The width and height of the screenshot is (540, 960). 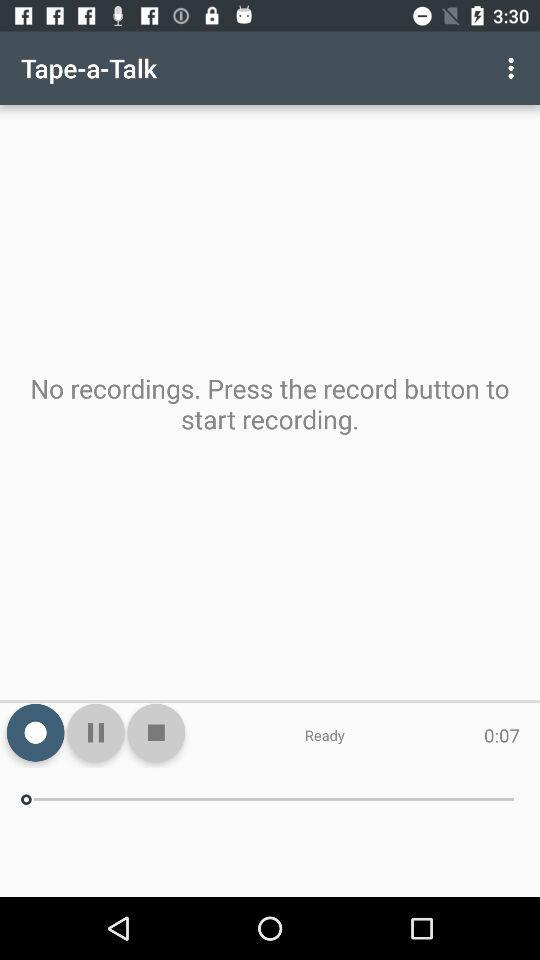 I want to click on icon next to ready item, so click(x=155, y=731).